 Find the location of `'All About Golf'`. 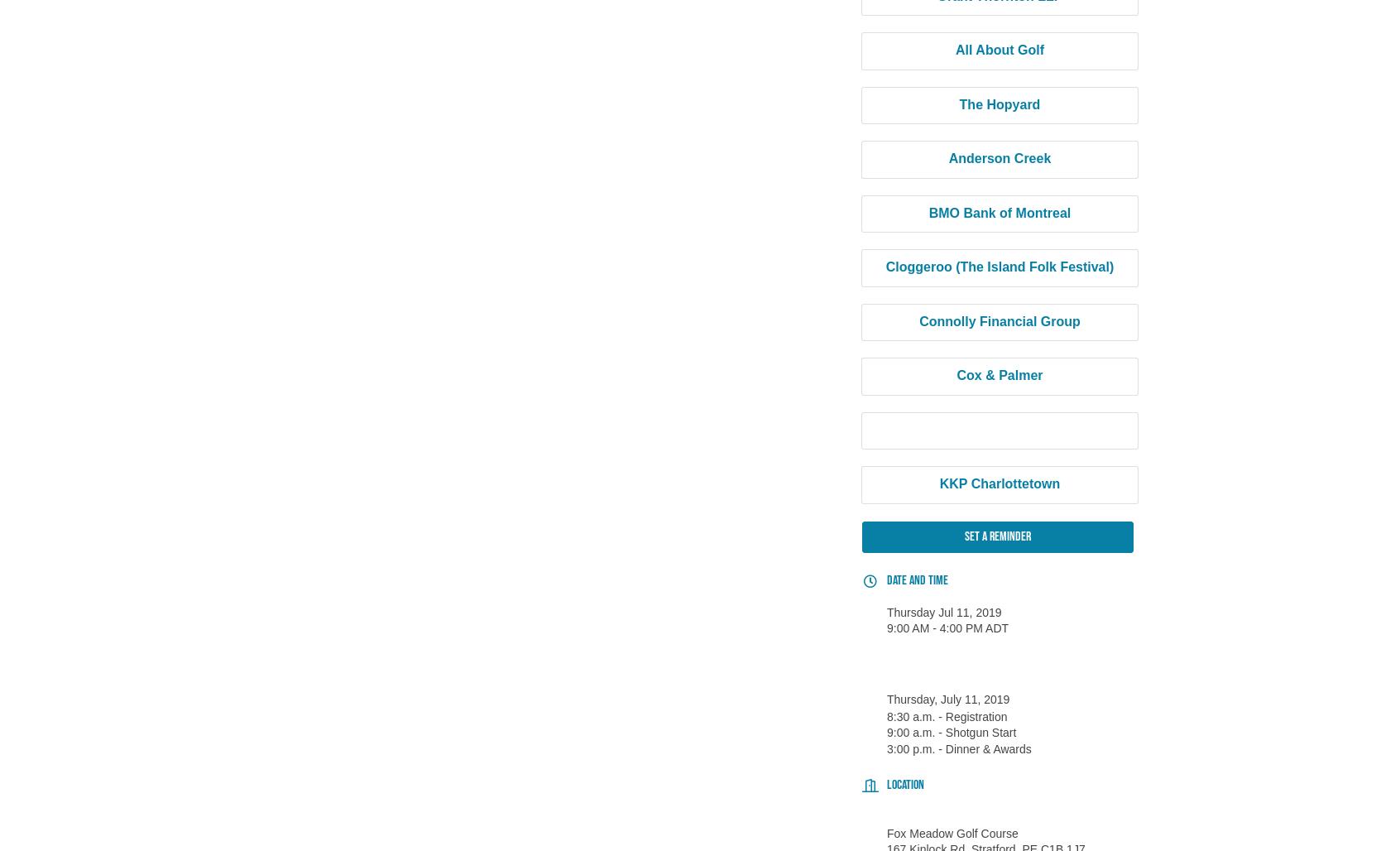

'All About Golf' is located at coordinates (999, 50).